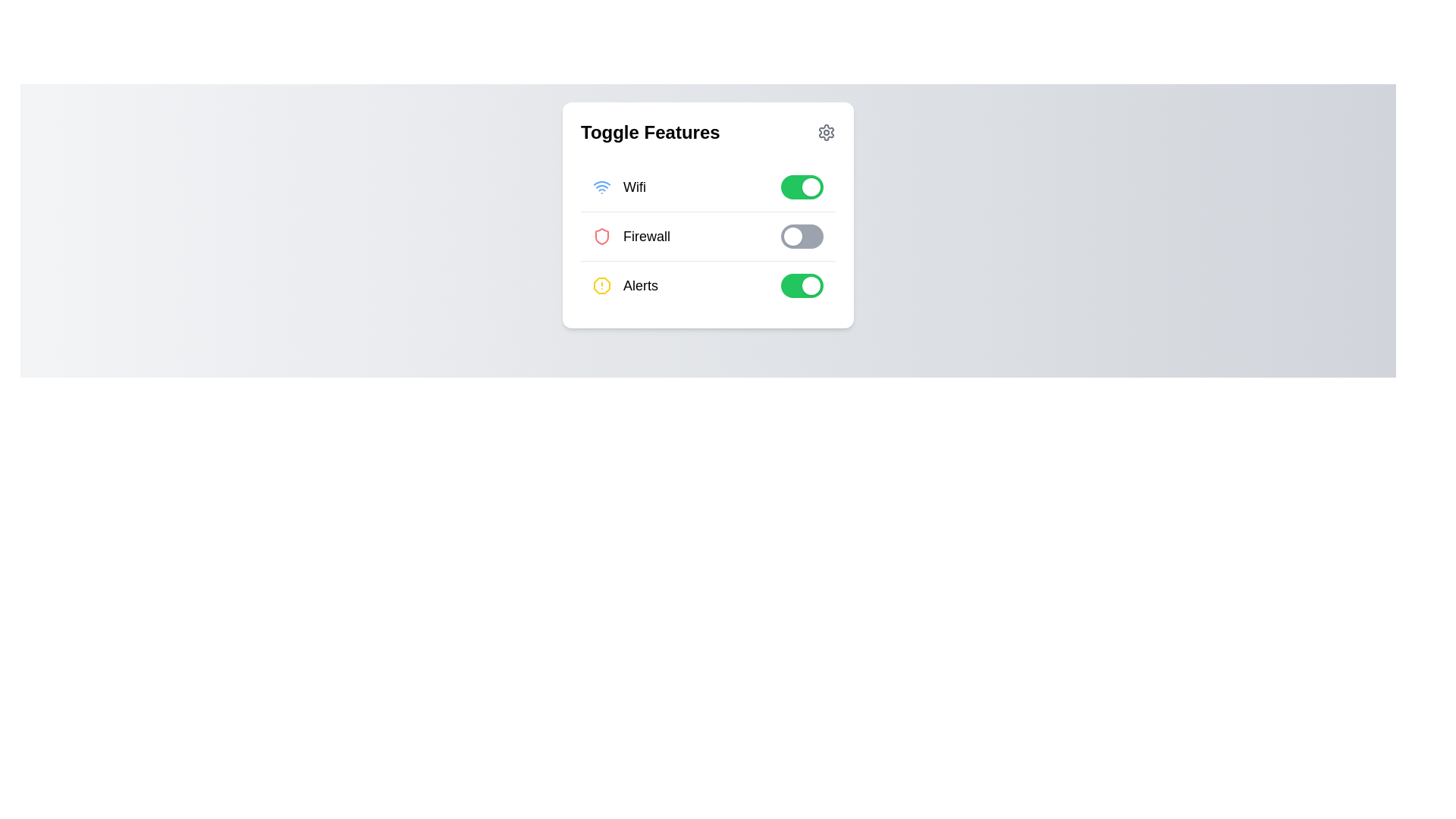 This screenshot has height=819, width=1456. What do you see at coordinates (640, 286) in the screenshot?
I see `the 'Alerts' text label that indicates the purpose of the adjacent toggle switch for alerts, located in the third row of options in the toggle feature panel` at bounding box center [640, 286].